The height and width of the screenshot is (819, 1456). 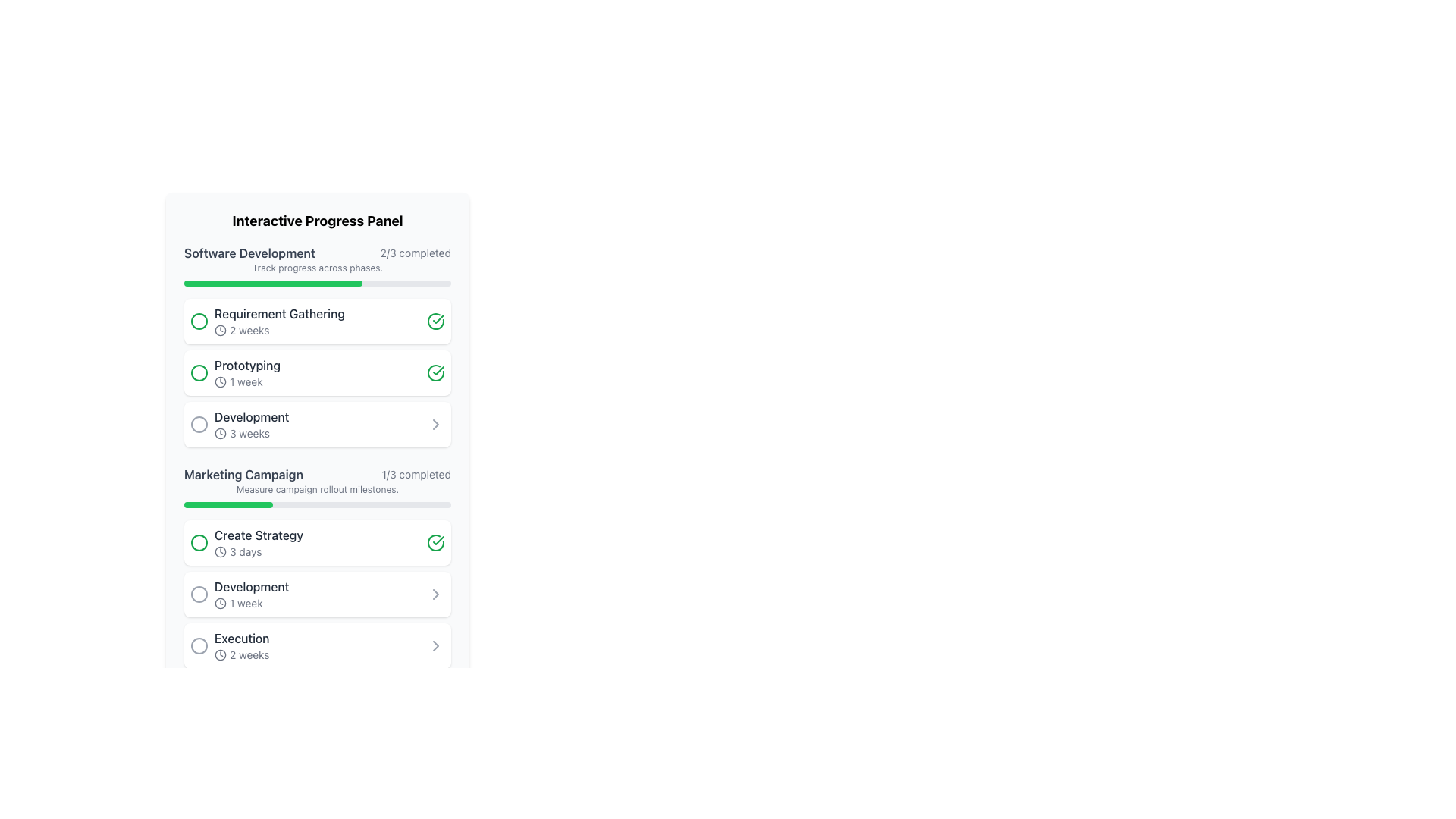 I want to click on the Descriptive List Item that describes the phase 'Development' under 'Marketing Campaign', located between 'Create Strategy' and 'Execution', so click(x=239, y=593).